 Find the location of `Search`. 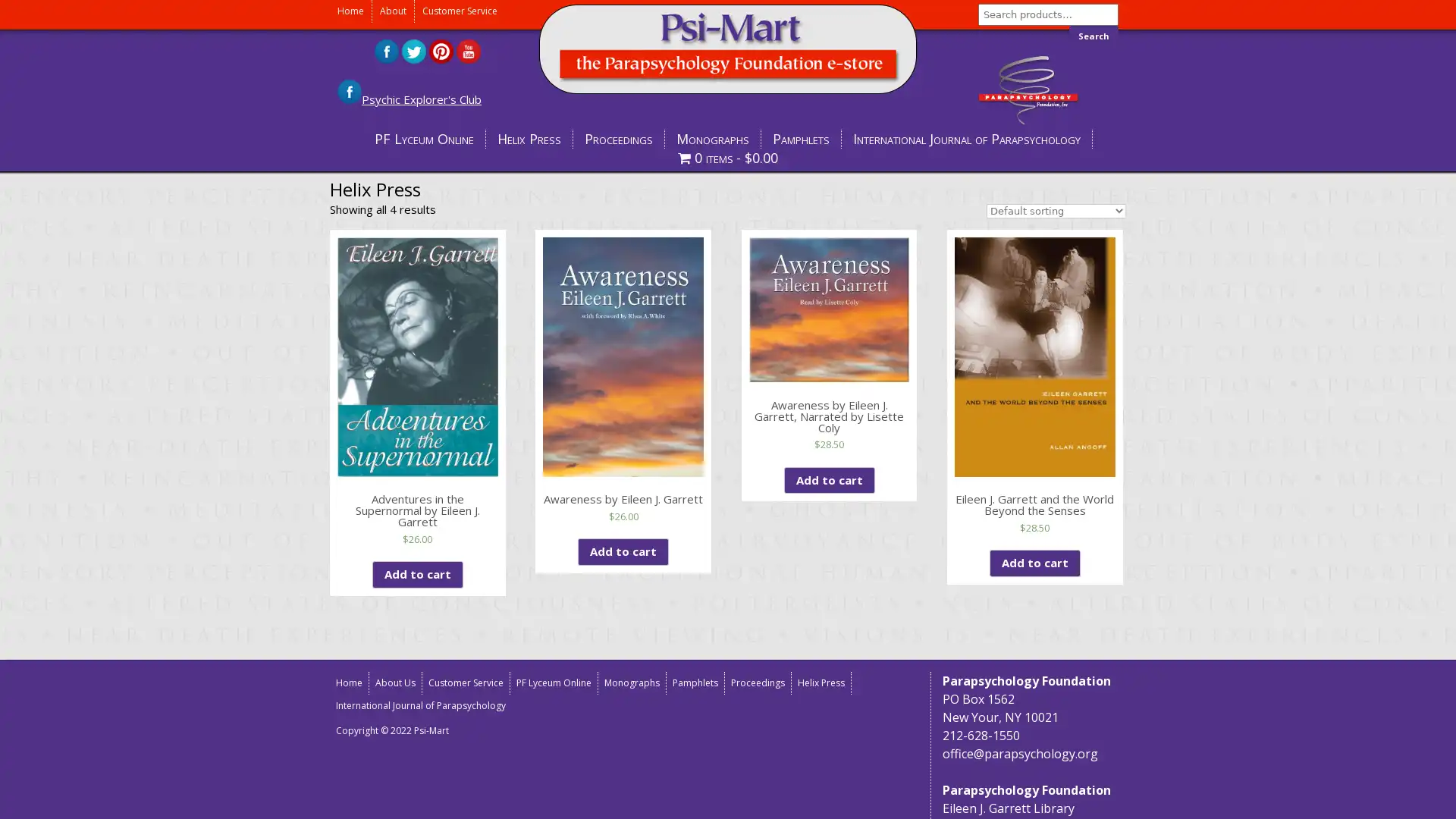

Search is located at coordinates (1094, 35).